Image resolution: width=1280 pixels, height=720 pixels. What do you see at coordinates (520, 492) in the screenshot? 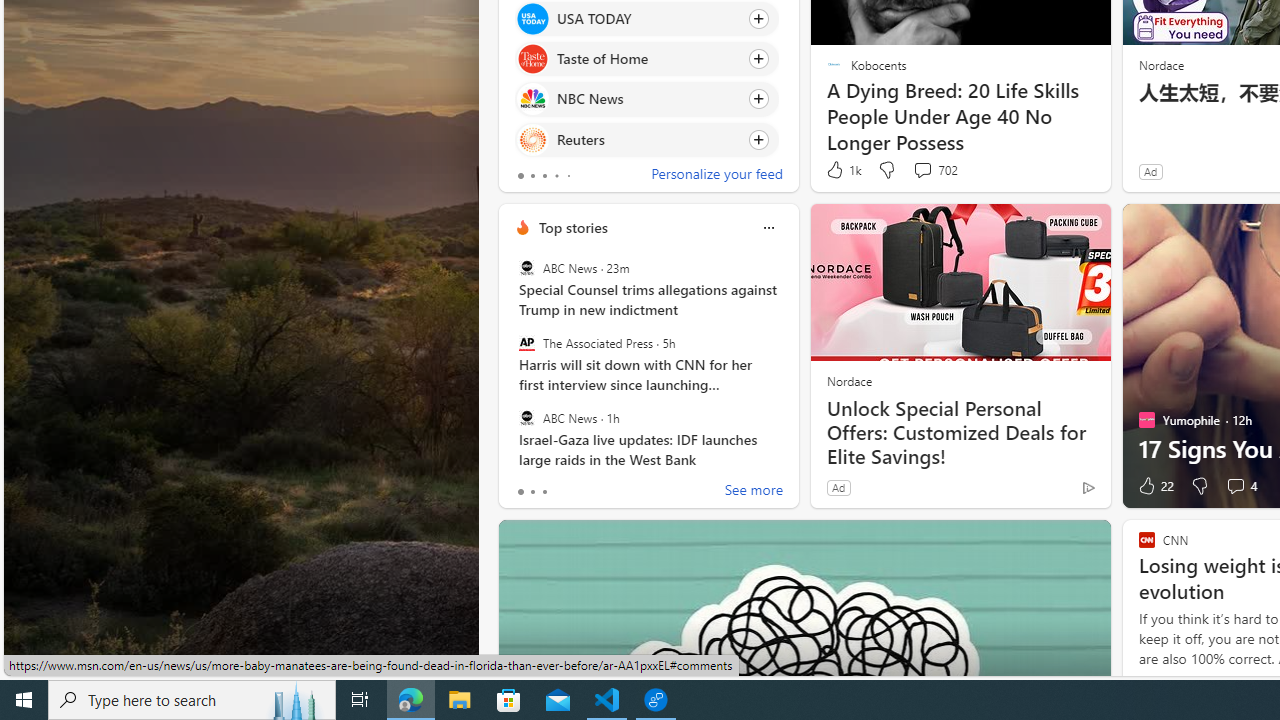
I see `'tab-0'` at bounding box center [520, 492].